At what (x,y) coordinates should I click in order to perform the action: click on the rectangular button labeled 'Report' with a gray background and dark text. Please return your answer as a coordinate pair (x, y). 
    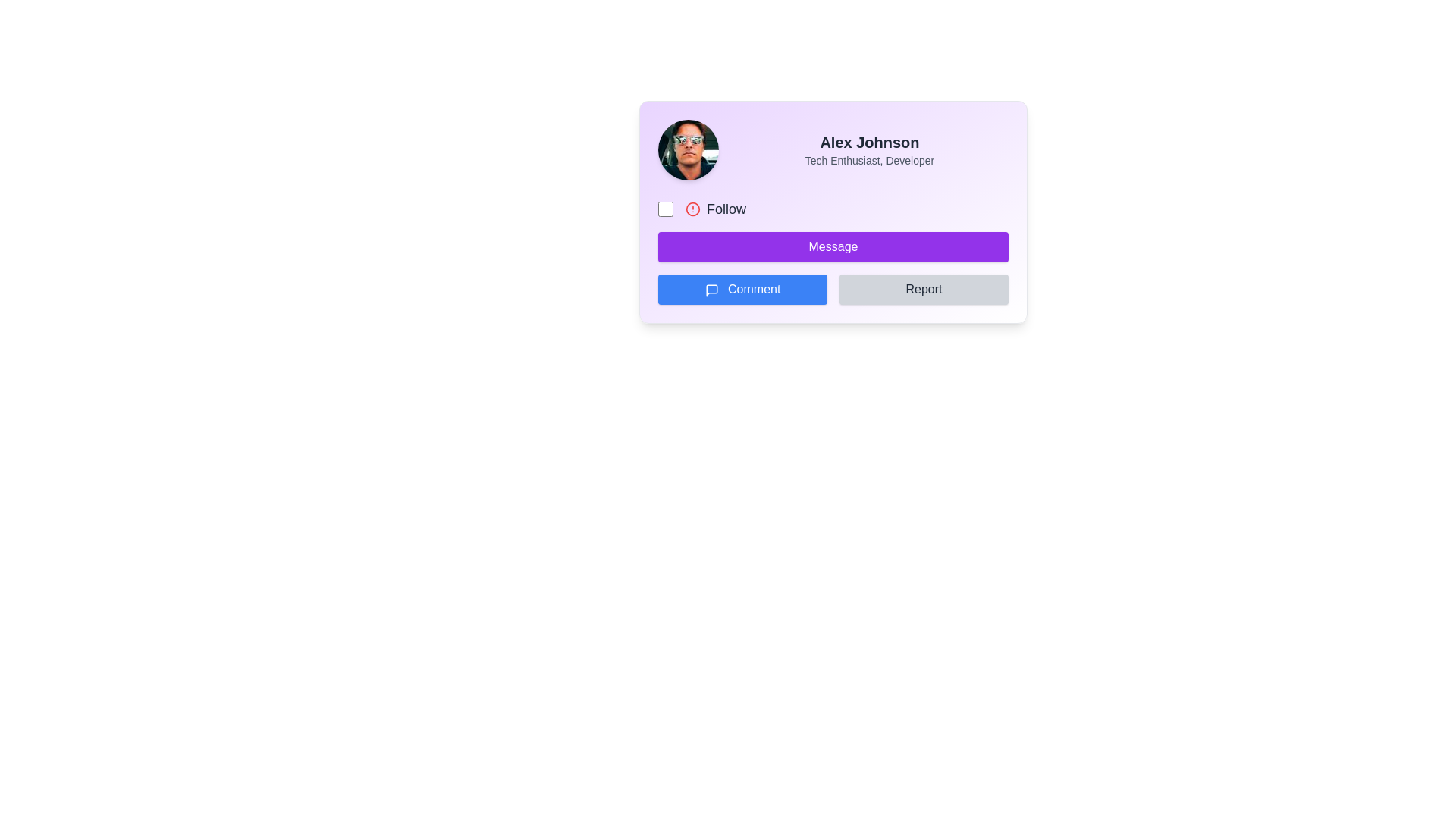
    Looking at the image, I should click on (923, 289).